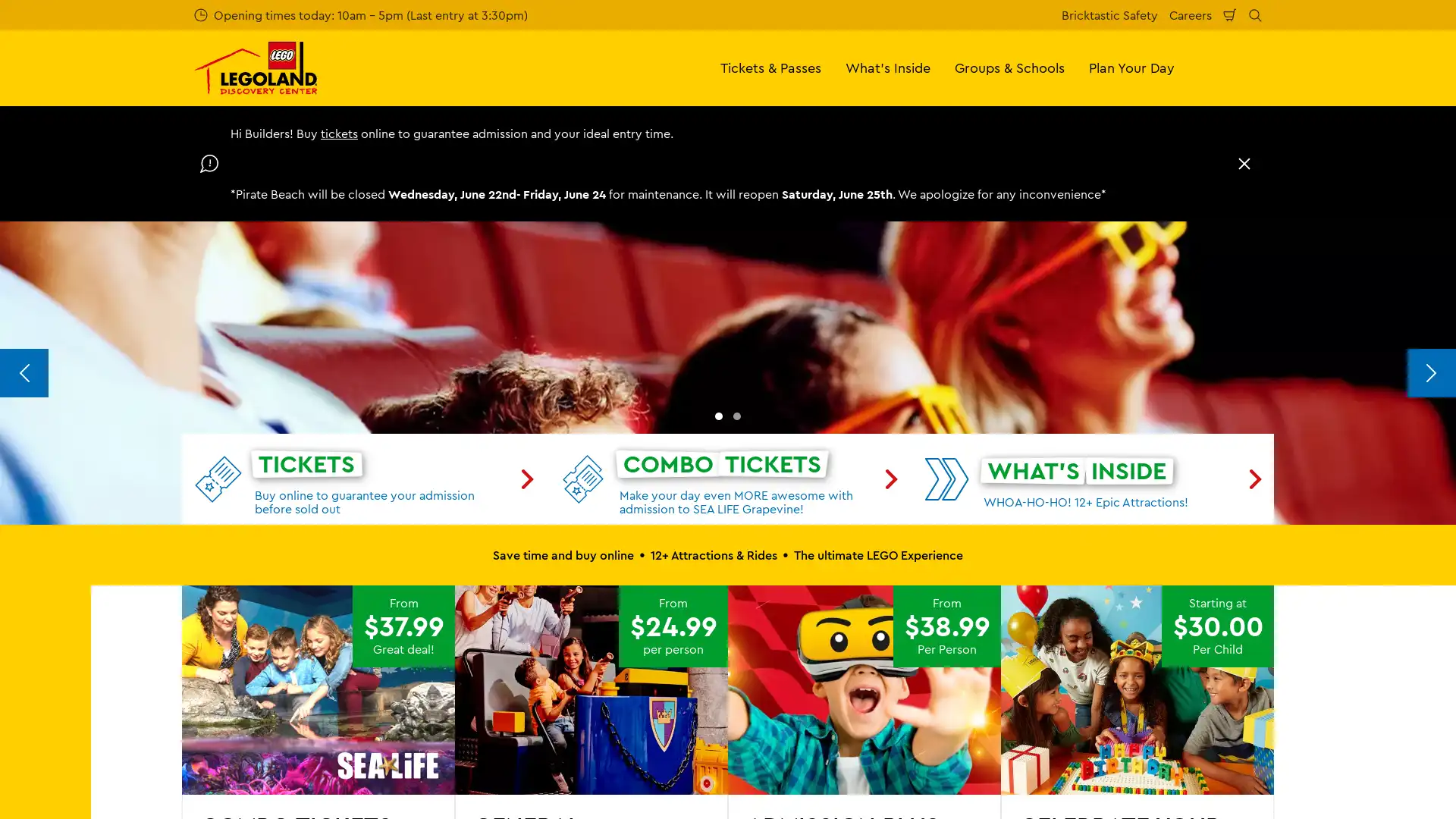  Describe the element at coordinates (1131, 67) in the screenshot. I see `Plan Your Day` at that location.